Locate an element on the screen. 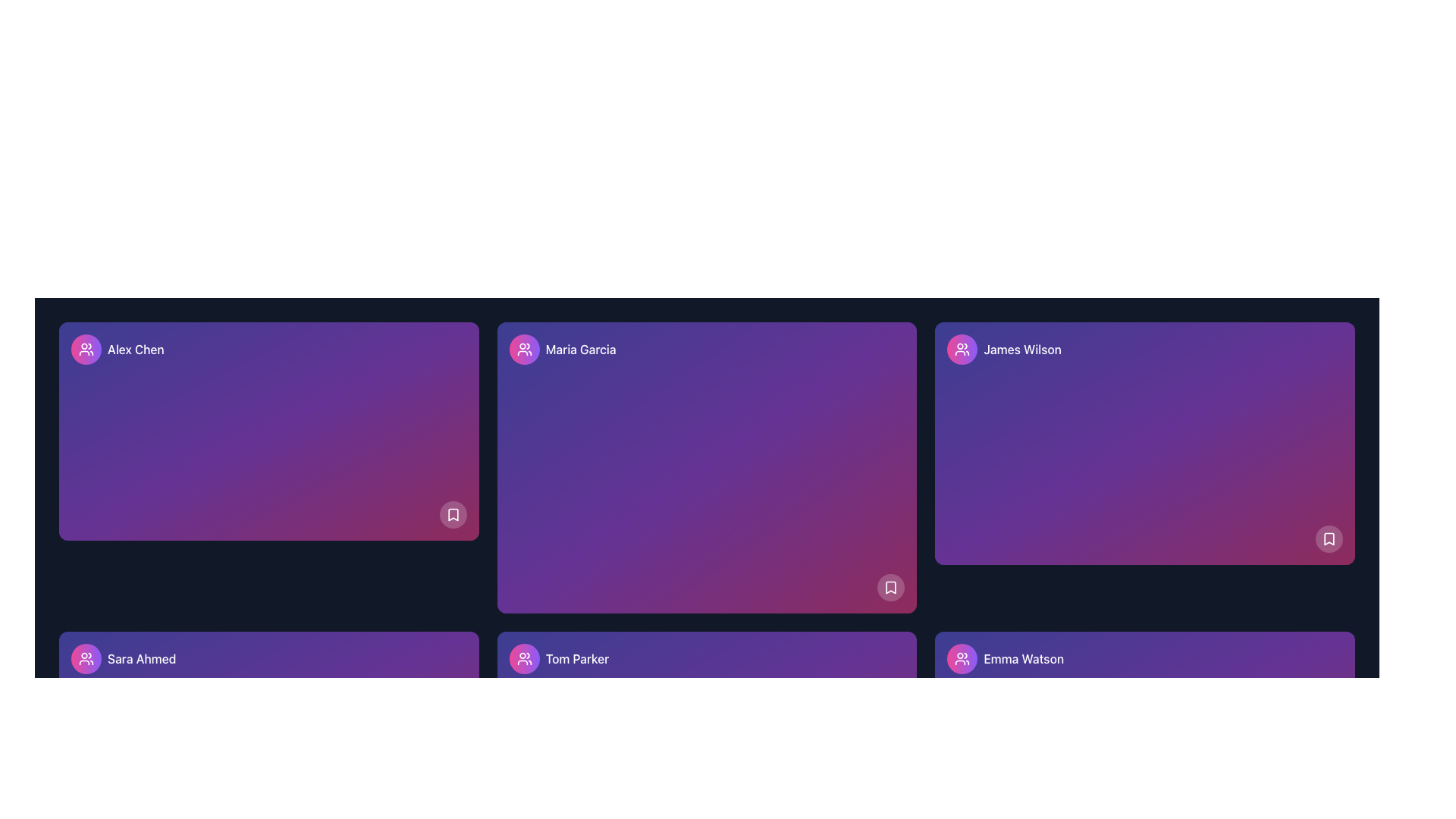 The image size is (1456, 819). the user icon represented by two generic humanoid figures with a white stroke on a transparent background, located at the top-left corner of a circular gradient background blending pink and violet is located at coordinates (86, 350).